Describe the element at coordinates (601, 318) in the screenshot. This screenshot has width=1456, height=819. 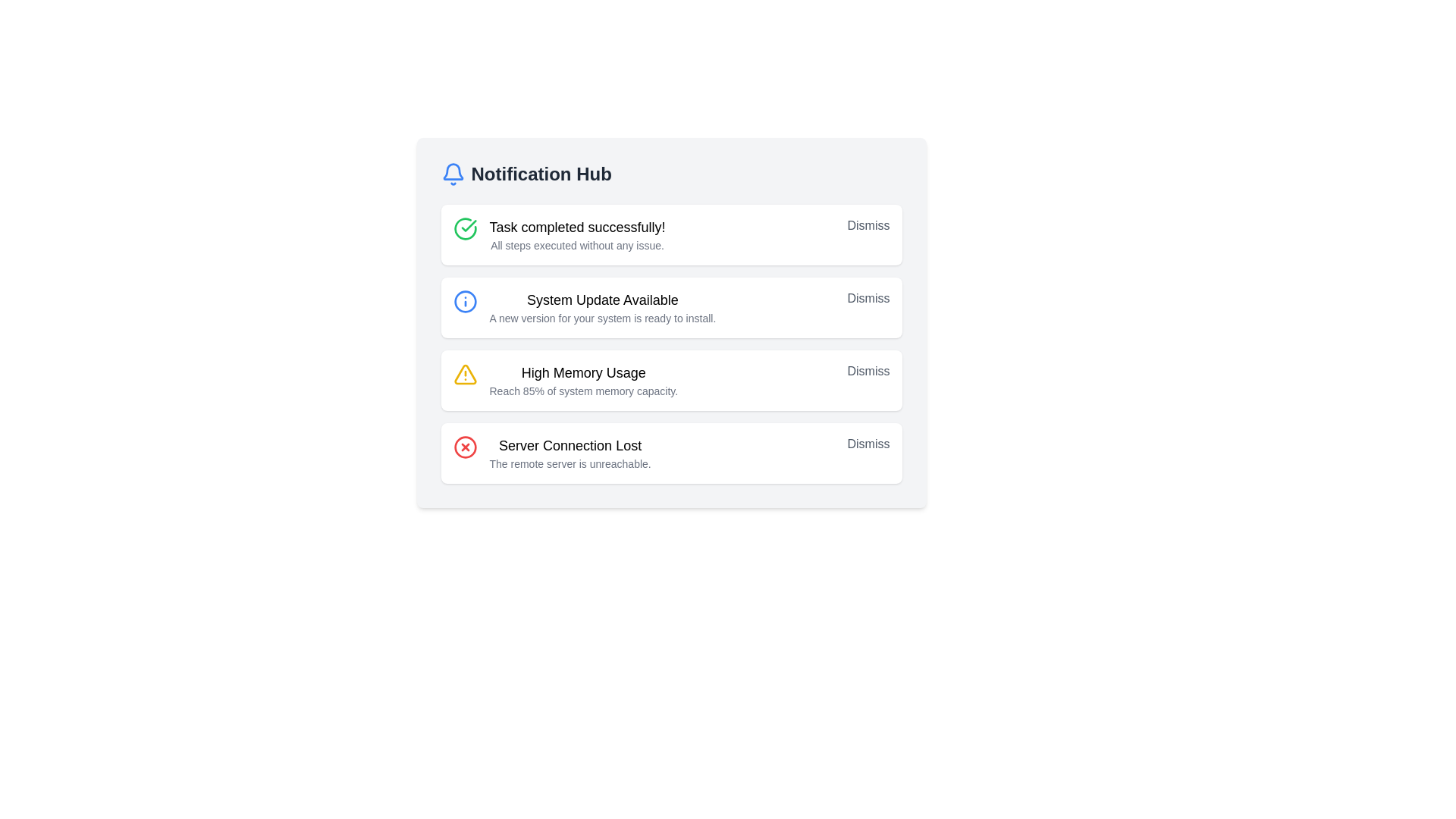
I see `the descriptive message text that provides details about the available system update, located below the title 'System Update Available' in the second notification section` at that location.